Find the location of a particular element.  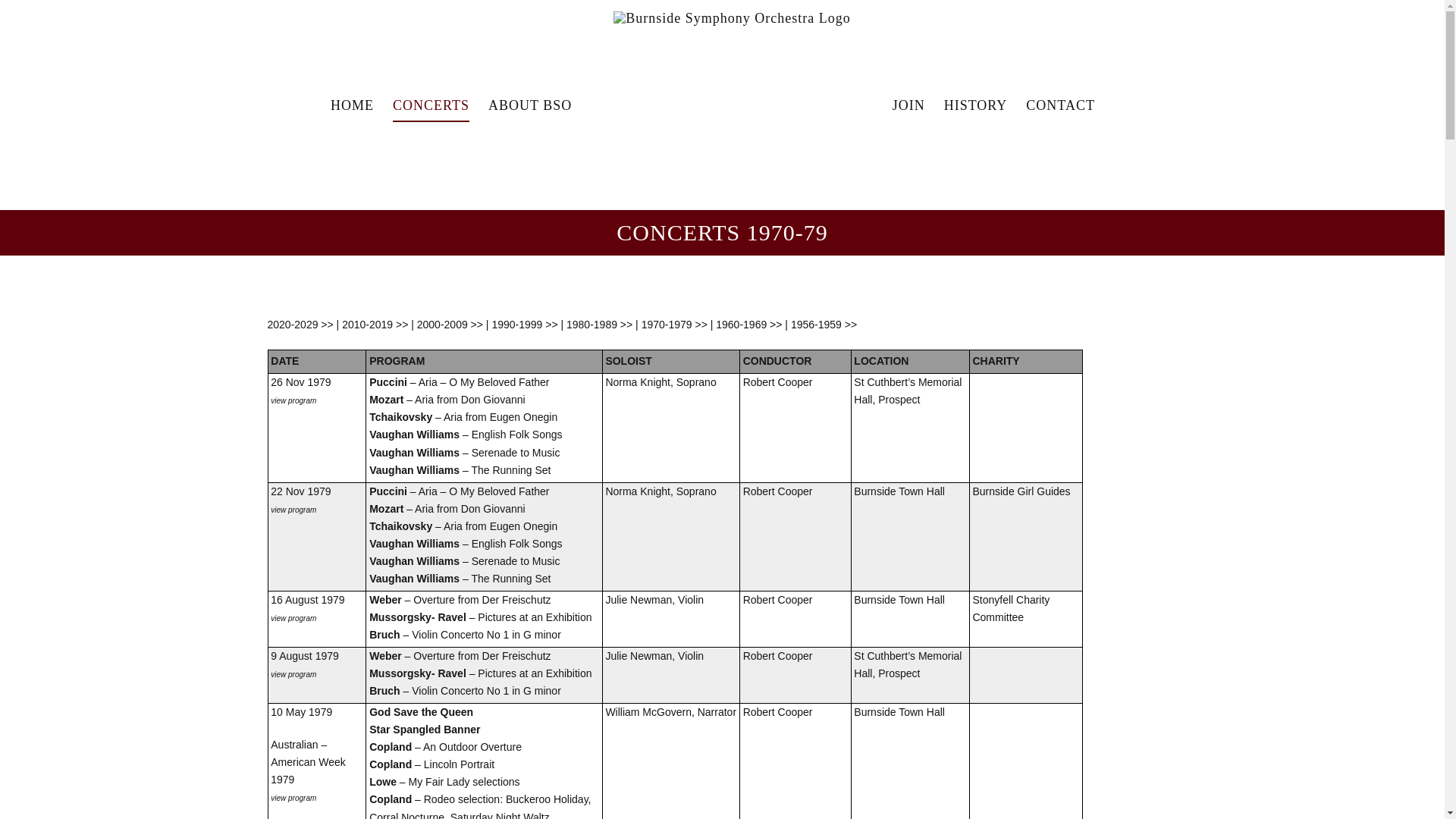

'view program' is located at coordinates (293, 672).